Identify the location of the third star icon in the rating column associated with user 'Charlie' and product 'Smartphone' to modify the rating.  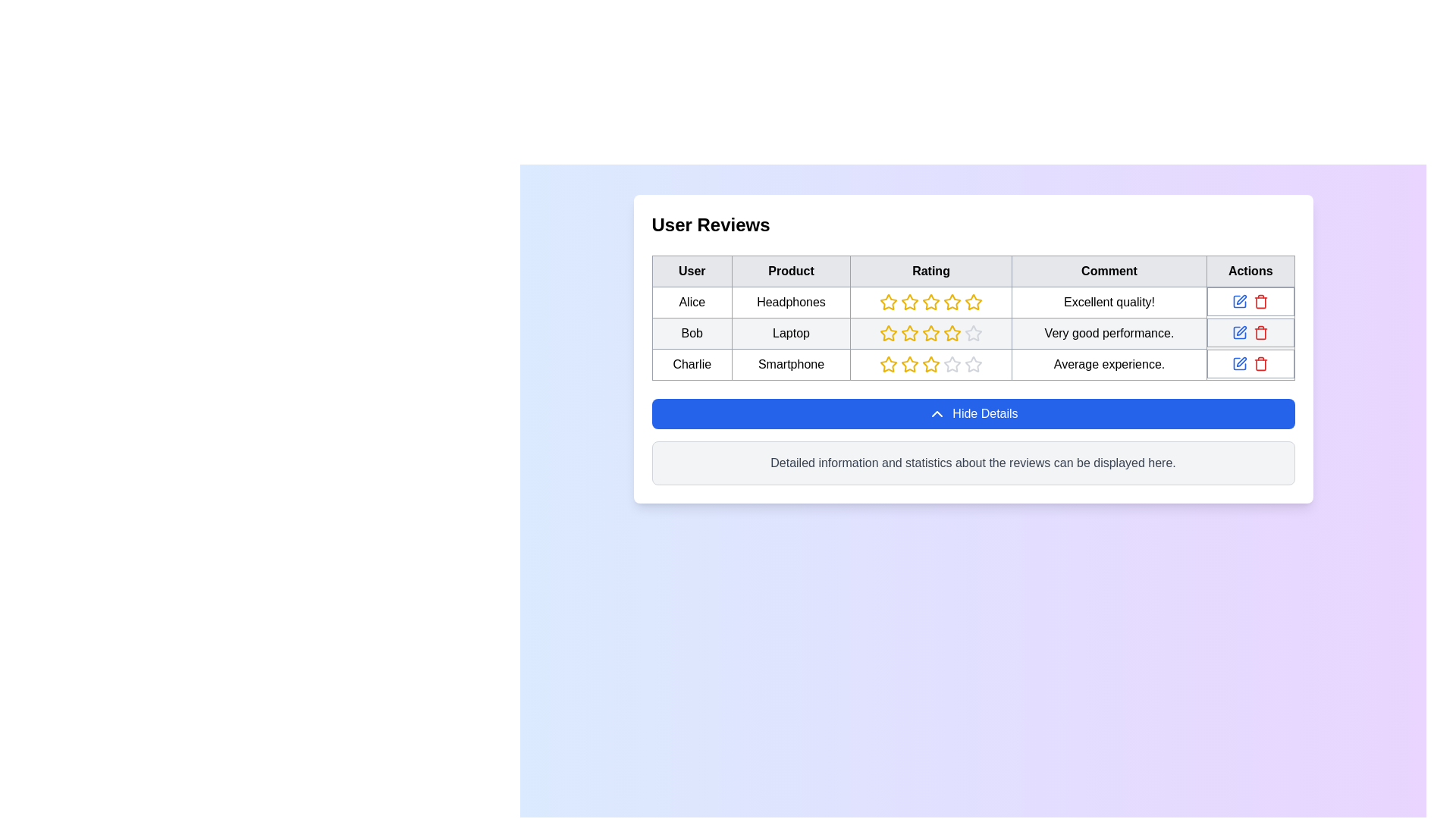
(974, 364).